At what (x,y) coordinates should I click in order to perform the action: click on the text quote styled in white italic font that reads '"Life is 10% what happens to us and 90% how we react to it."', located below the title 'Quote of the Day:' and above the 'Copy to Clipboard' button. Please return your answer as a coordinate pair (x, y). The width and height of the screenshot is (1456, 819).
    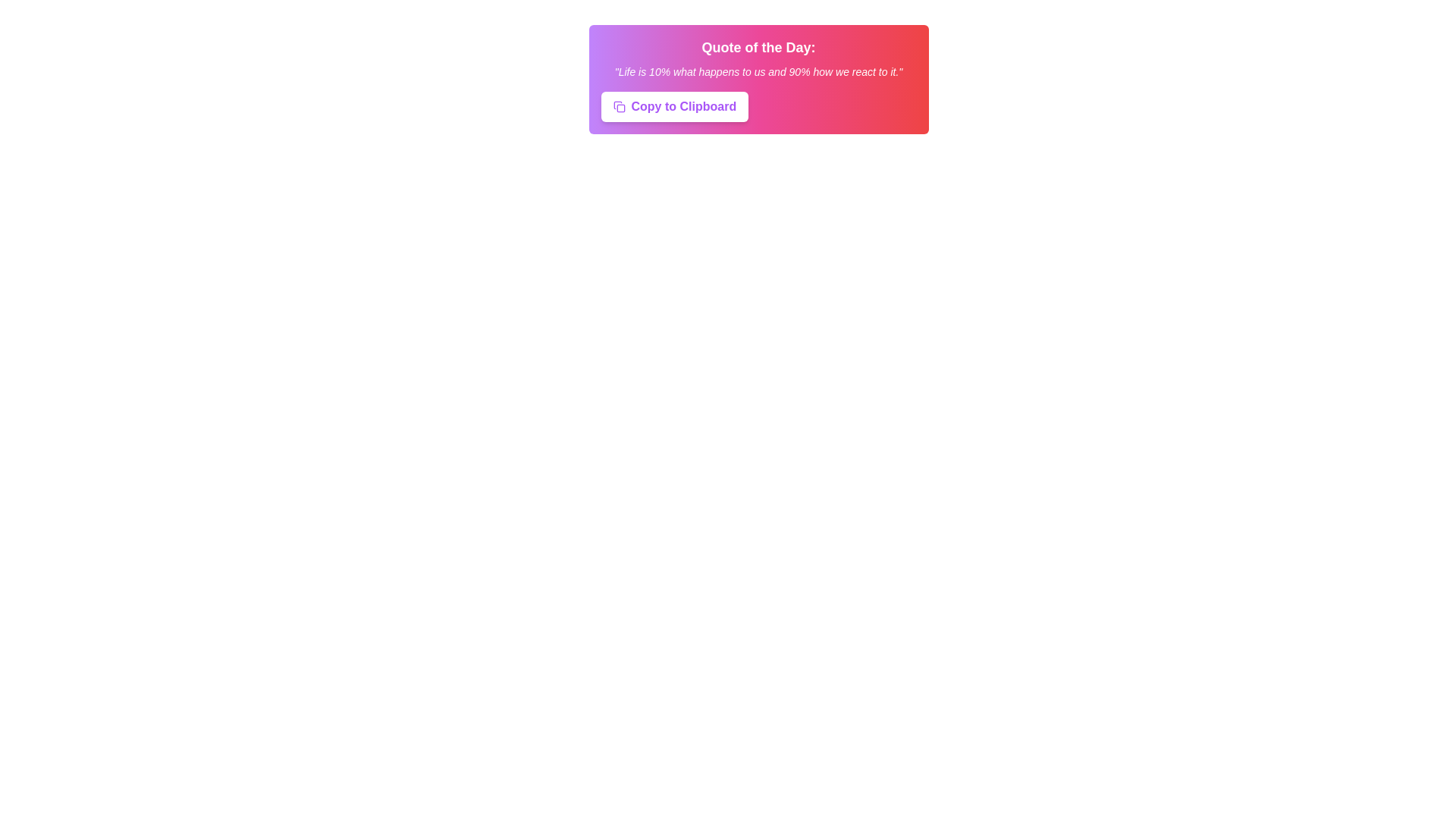
    Looking at the image, I should click on (758, 72).